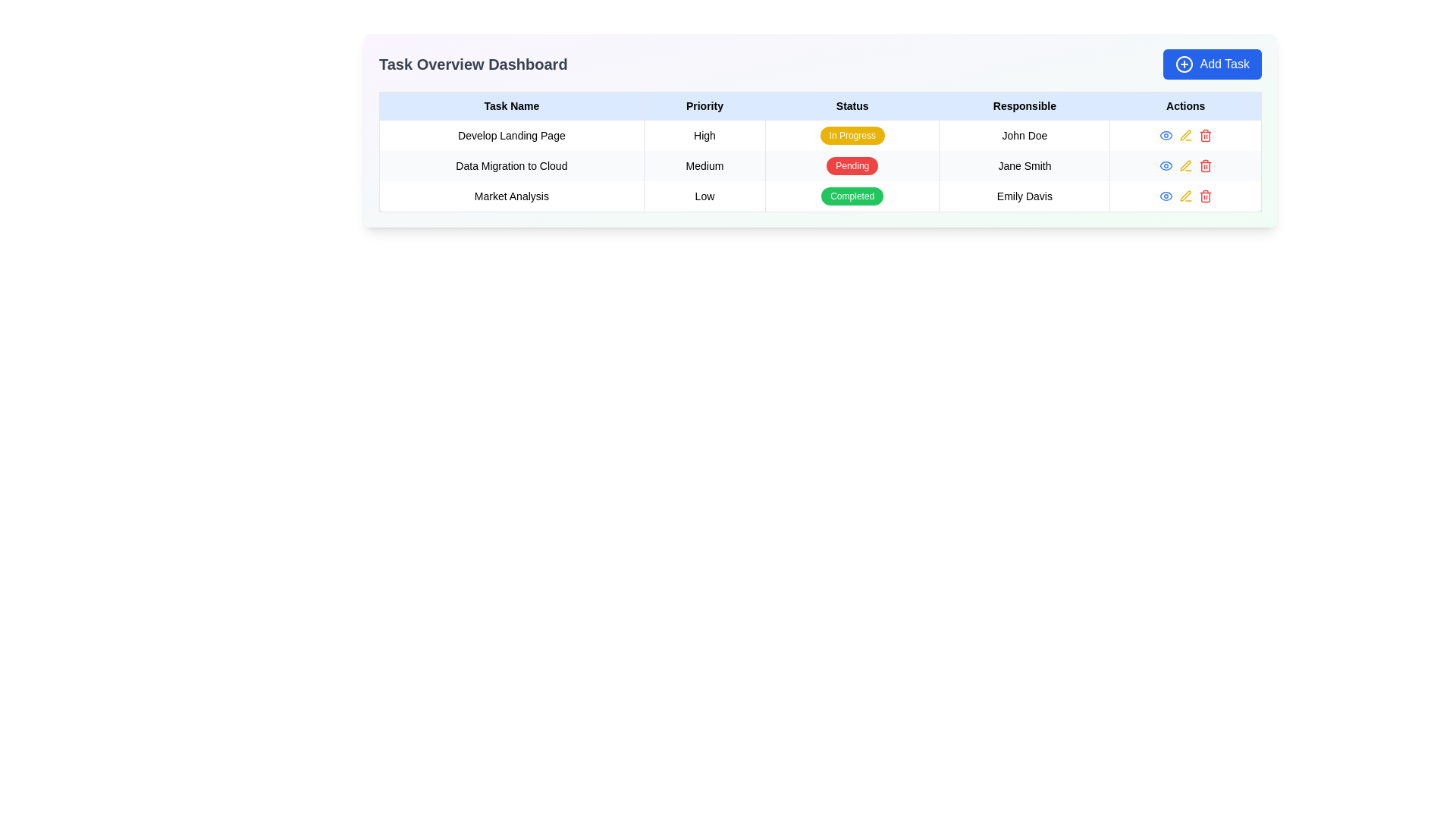 The width and height of the screenshot is (1456, 819). Describe the element at coordinates (1204, 195) in the screenshot. I see `the delete button located in the 'Actions' column of the last row of the table to initiate the deletion process` at that location.